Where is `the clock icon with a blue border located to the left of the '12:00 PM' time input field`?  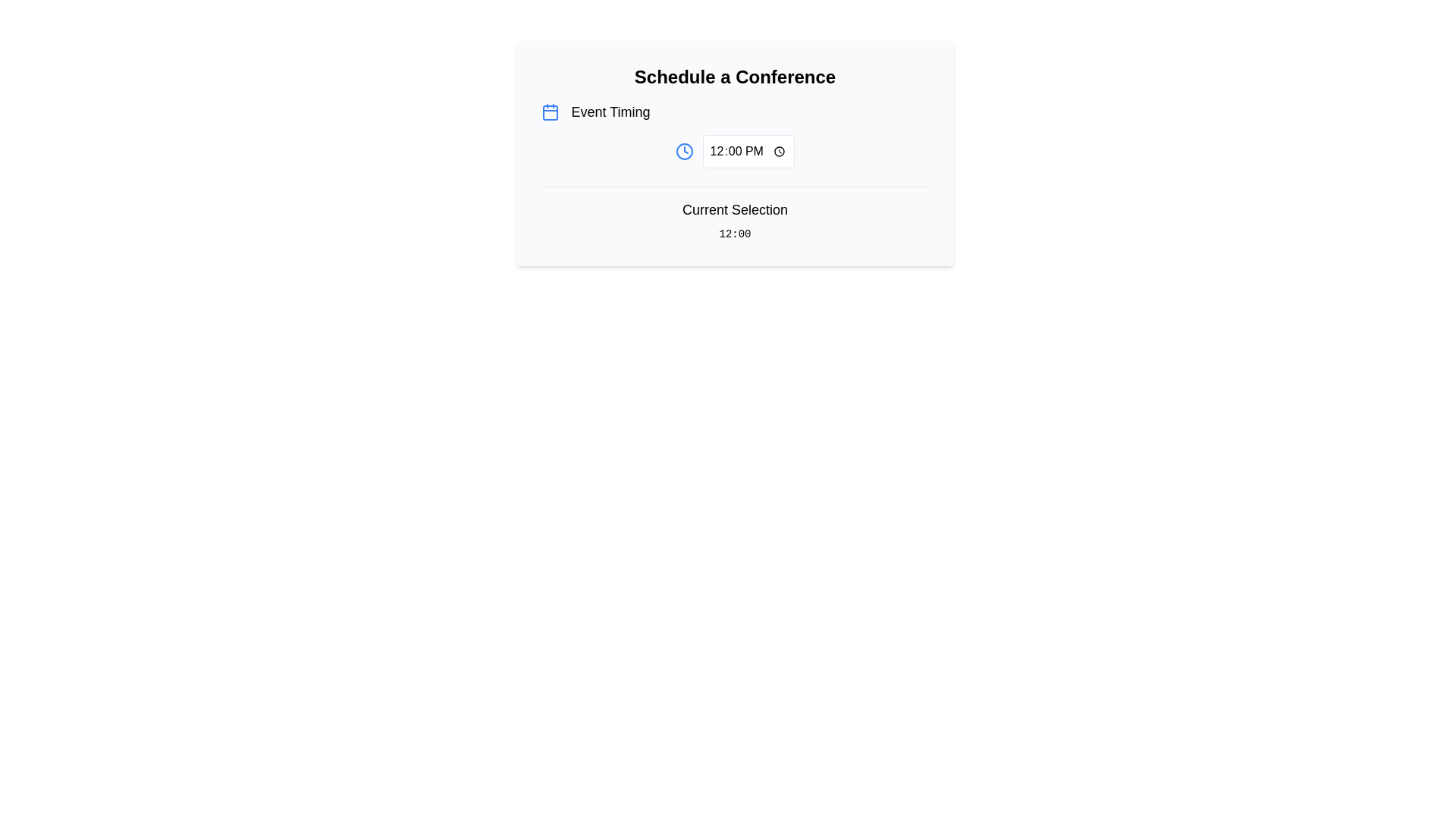
the clock icon with a blue border located to the left of the '12:00 PM' time input field is located at coordinates (683, 152).